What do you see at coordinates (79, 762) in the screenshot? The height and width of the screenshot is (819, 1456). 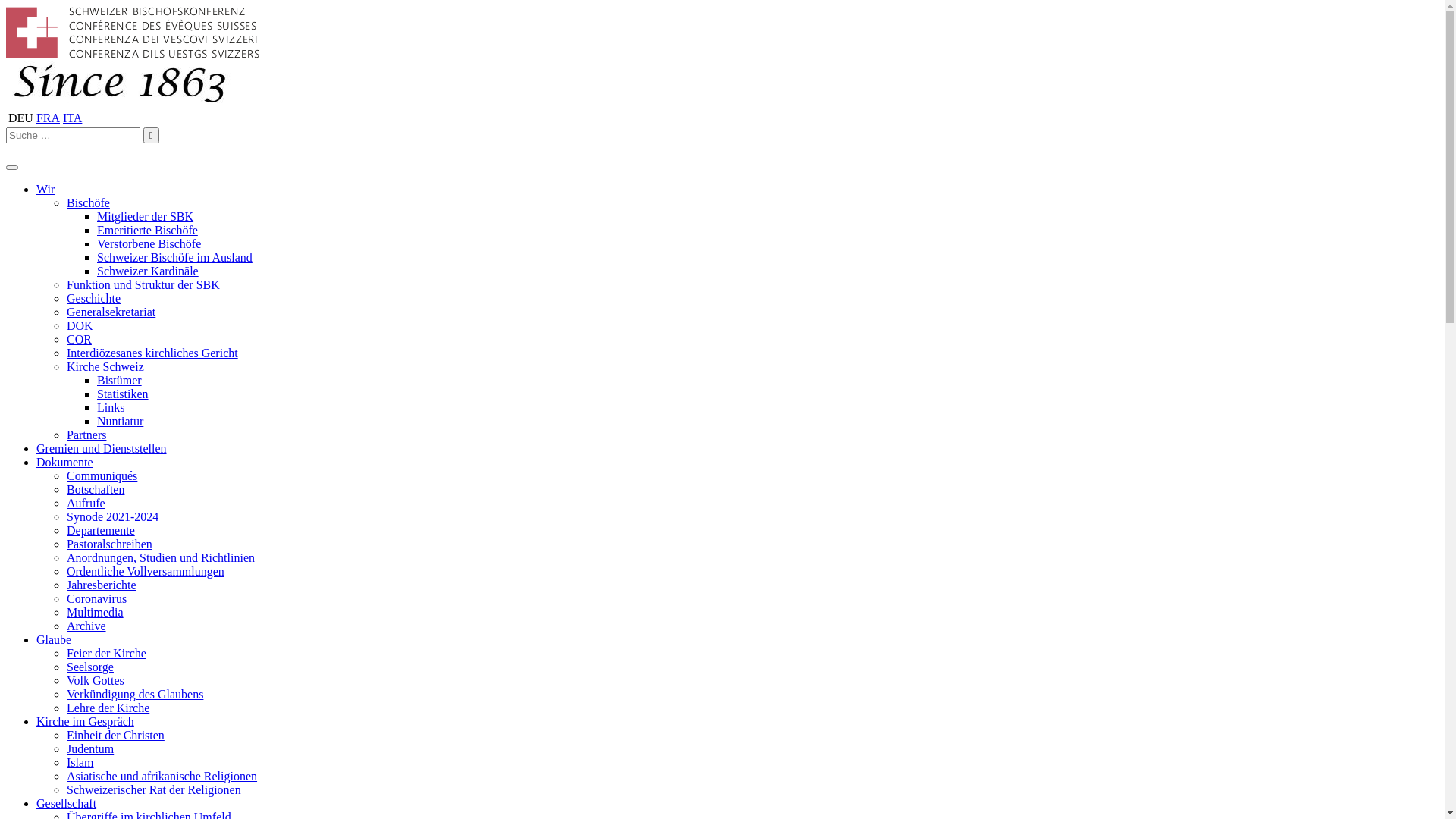 I see `'Islam'` at bounding box center [79, 762].